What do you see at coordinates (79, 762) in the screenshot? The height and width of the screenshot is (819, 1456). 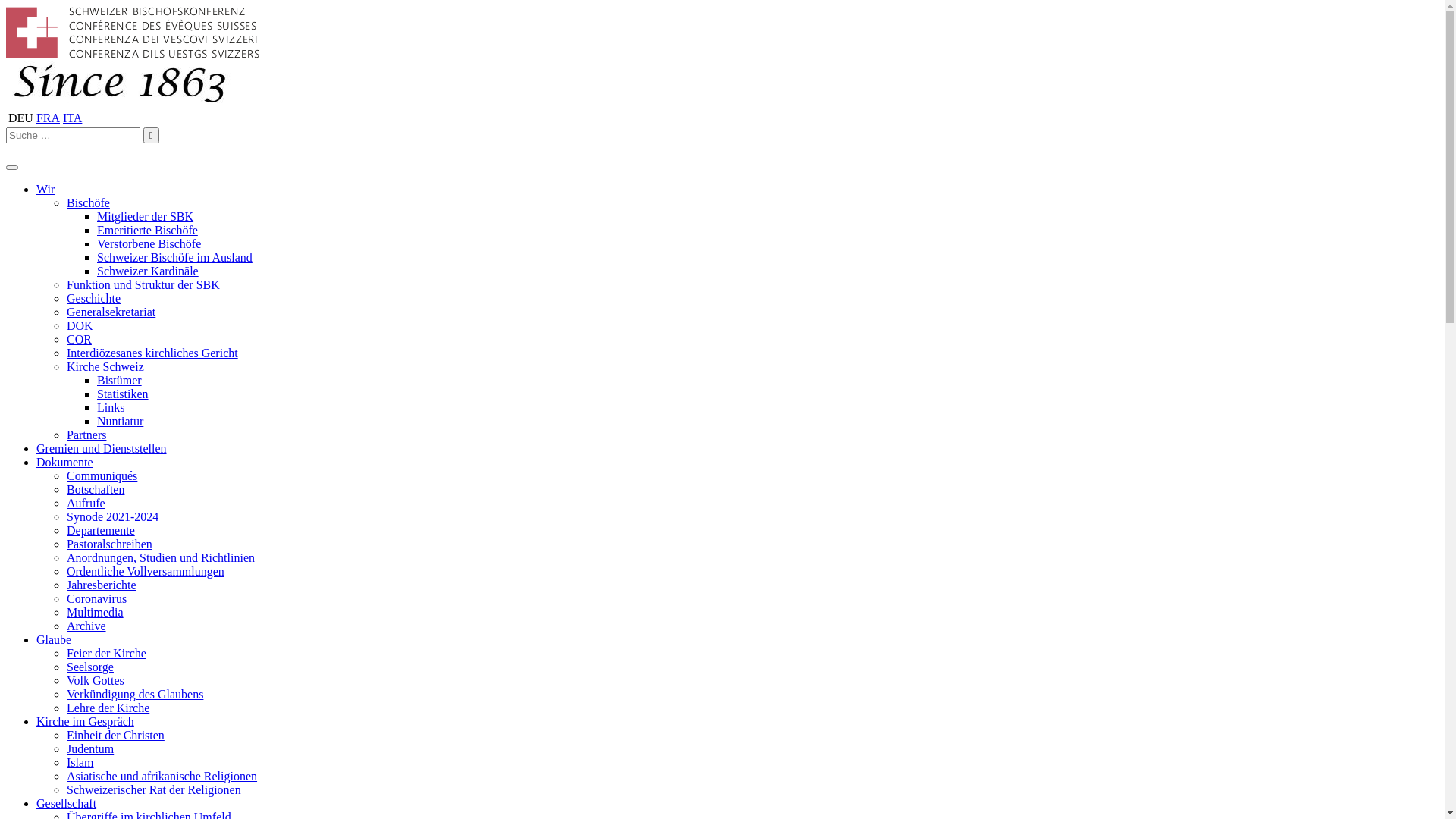 I see `'Islam'` at bounding box center [79, 762].